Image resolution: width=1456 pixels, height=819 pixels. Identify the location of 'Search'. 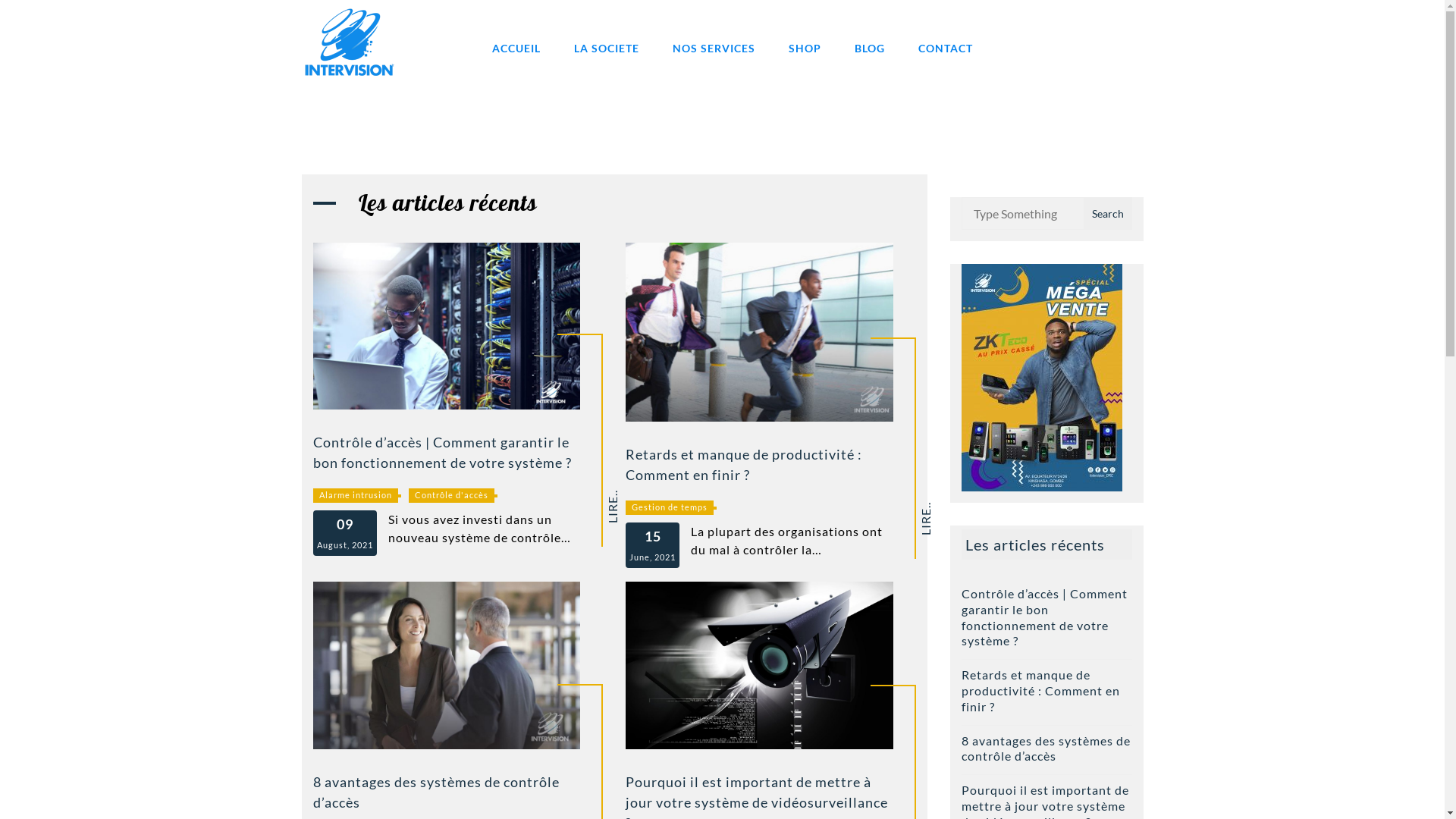
(1106, 213).